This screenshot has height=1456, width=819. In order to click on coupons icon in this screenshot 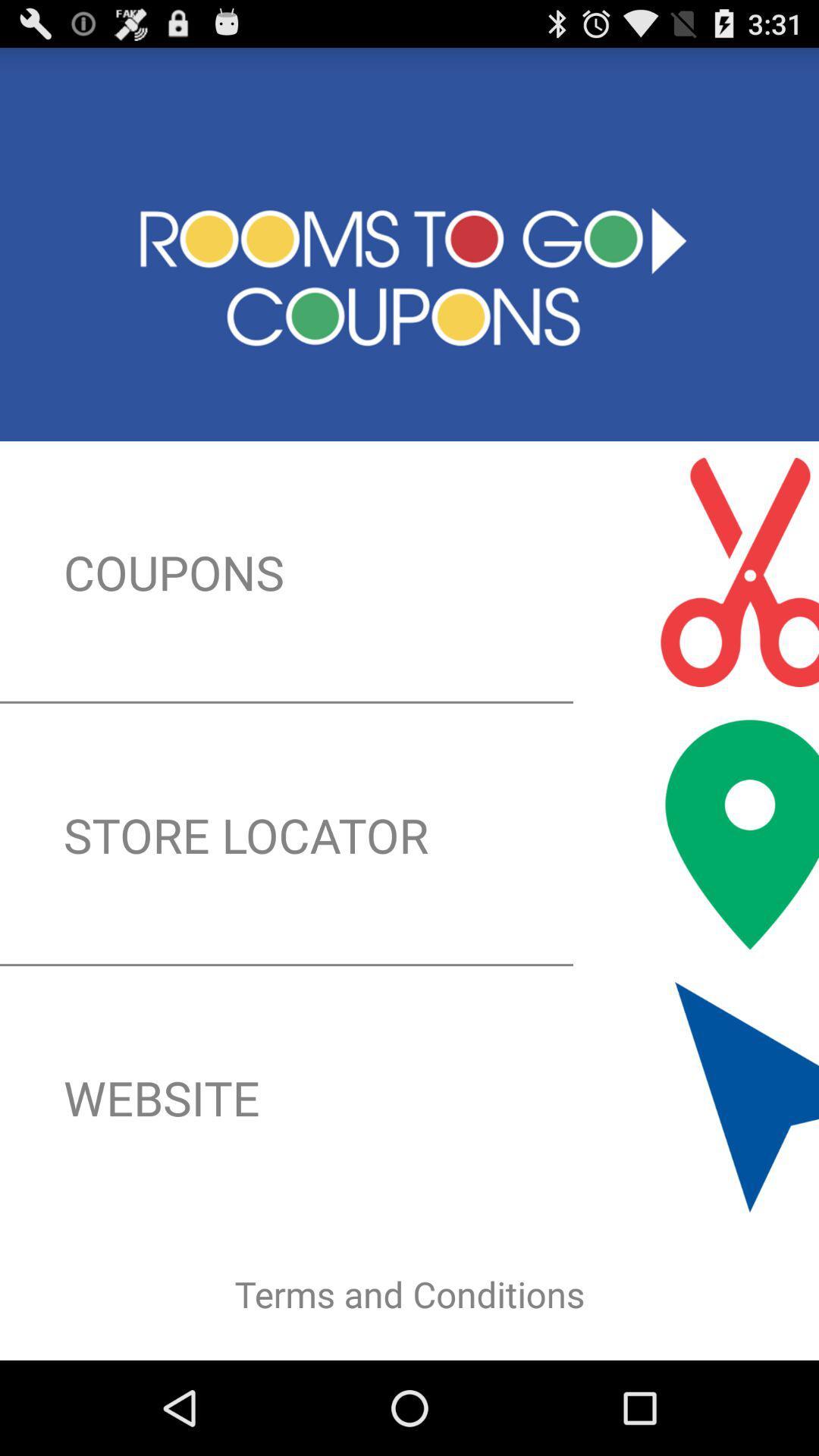, I will do `click(409, 571)`.